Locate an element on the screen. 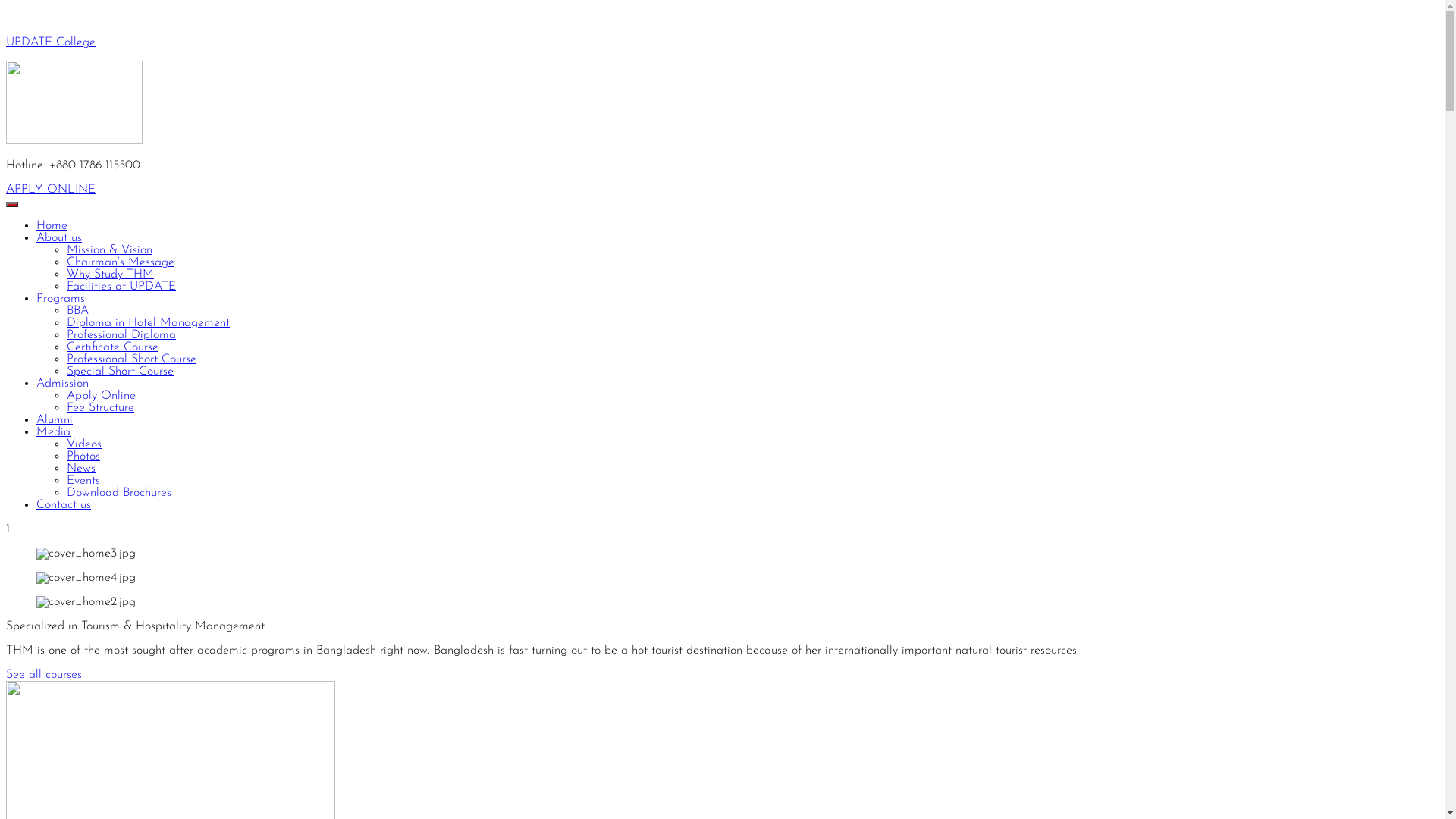 This screenshot has width=1456, height=819. 'Fee Structure' is located at coordinates (99, 406).